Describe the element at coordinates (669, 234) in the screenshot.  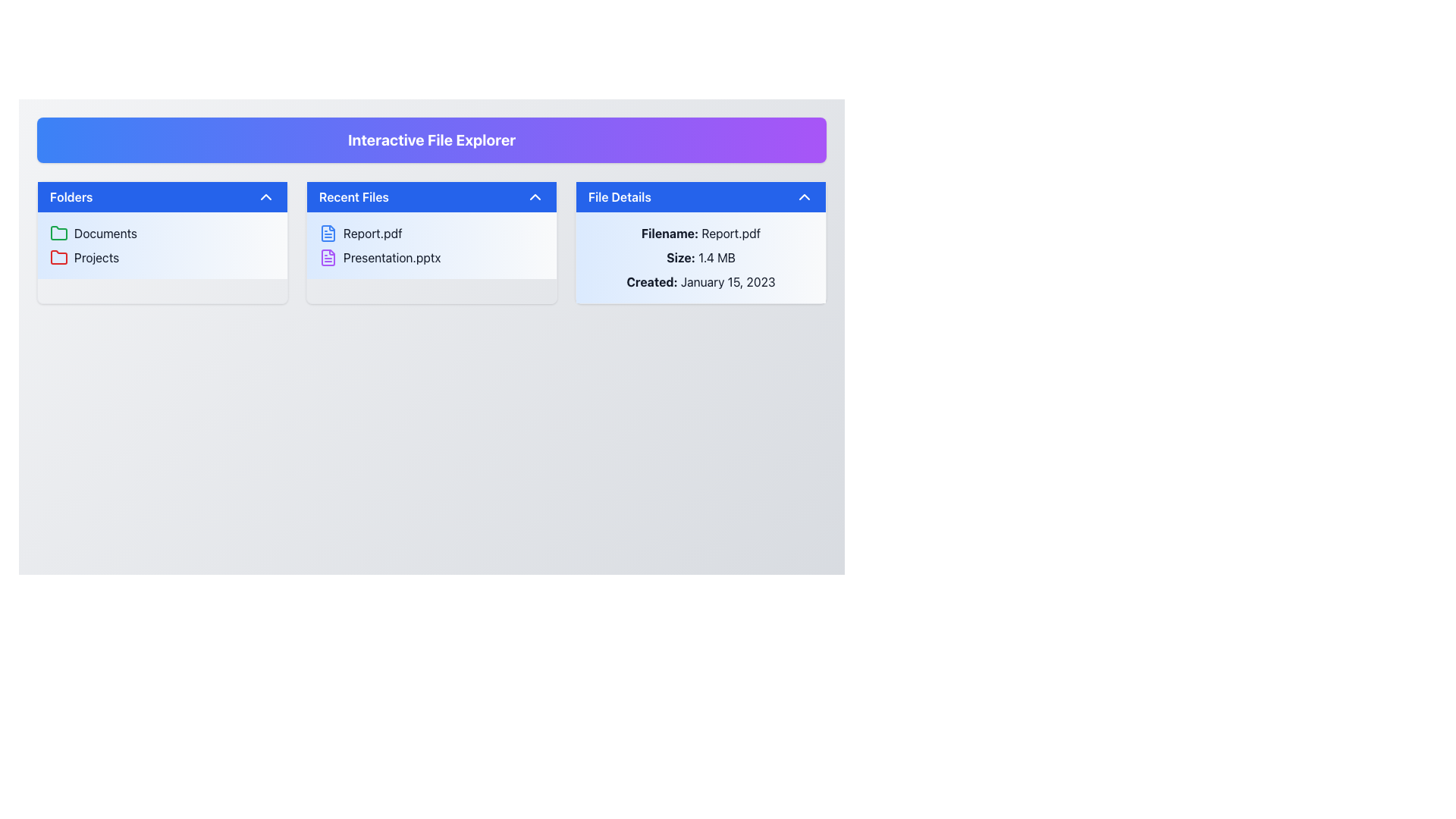
I see `the text label that identifies the file name 'Report.pdf' in the 'File Details' section` at that location.